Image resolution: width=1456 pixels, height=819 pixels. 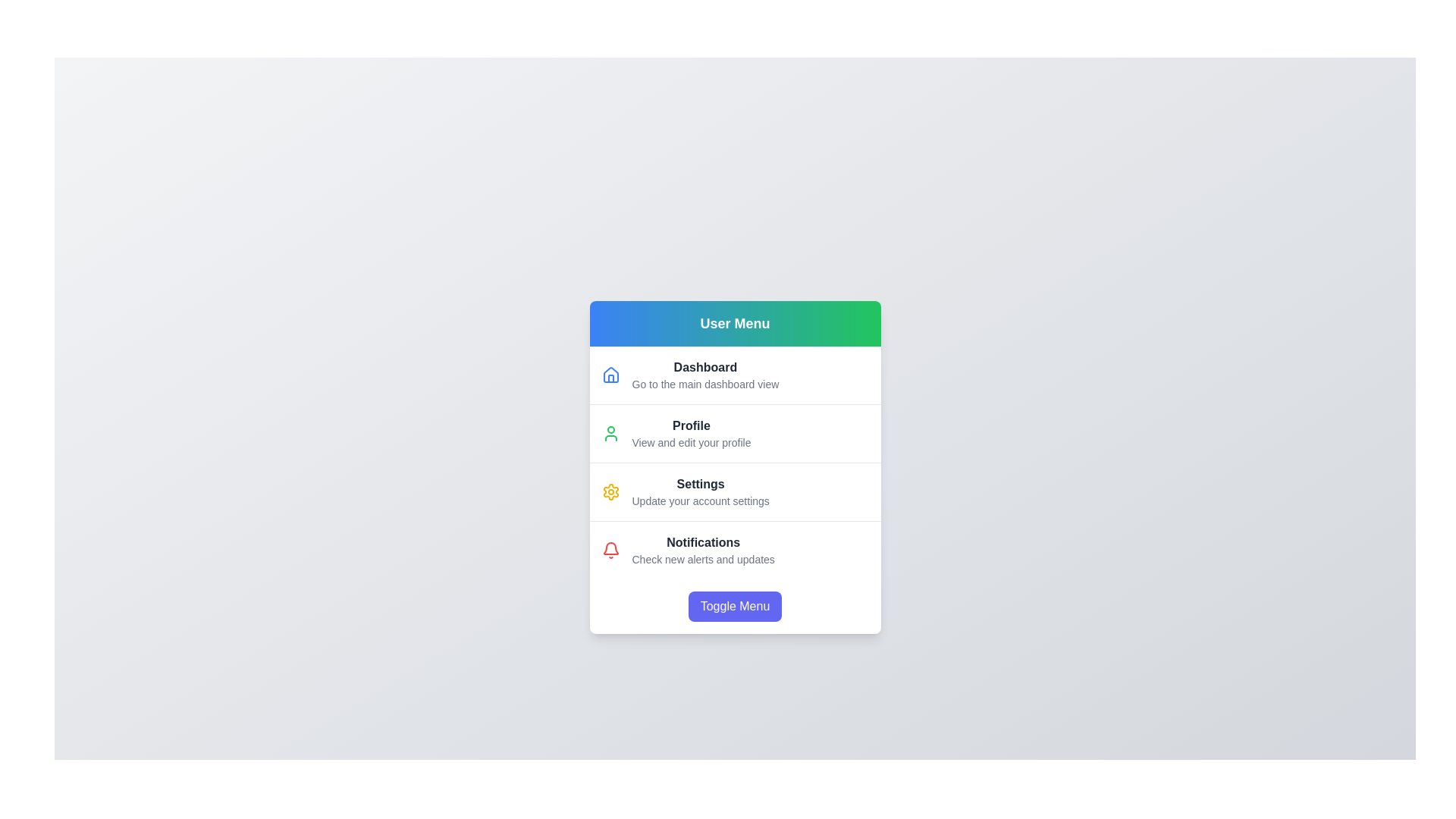 What do you see at coordinates (691, 425) in the screenshot?
I see `the 'Profile' menu item to view or edit the user profile` at bounding box center [691, 425].